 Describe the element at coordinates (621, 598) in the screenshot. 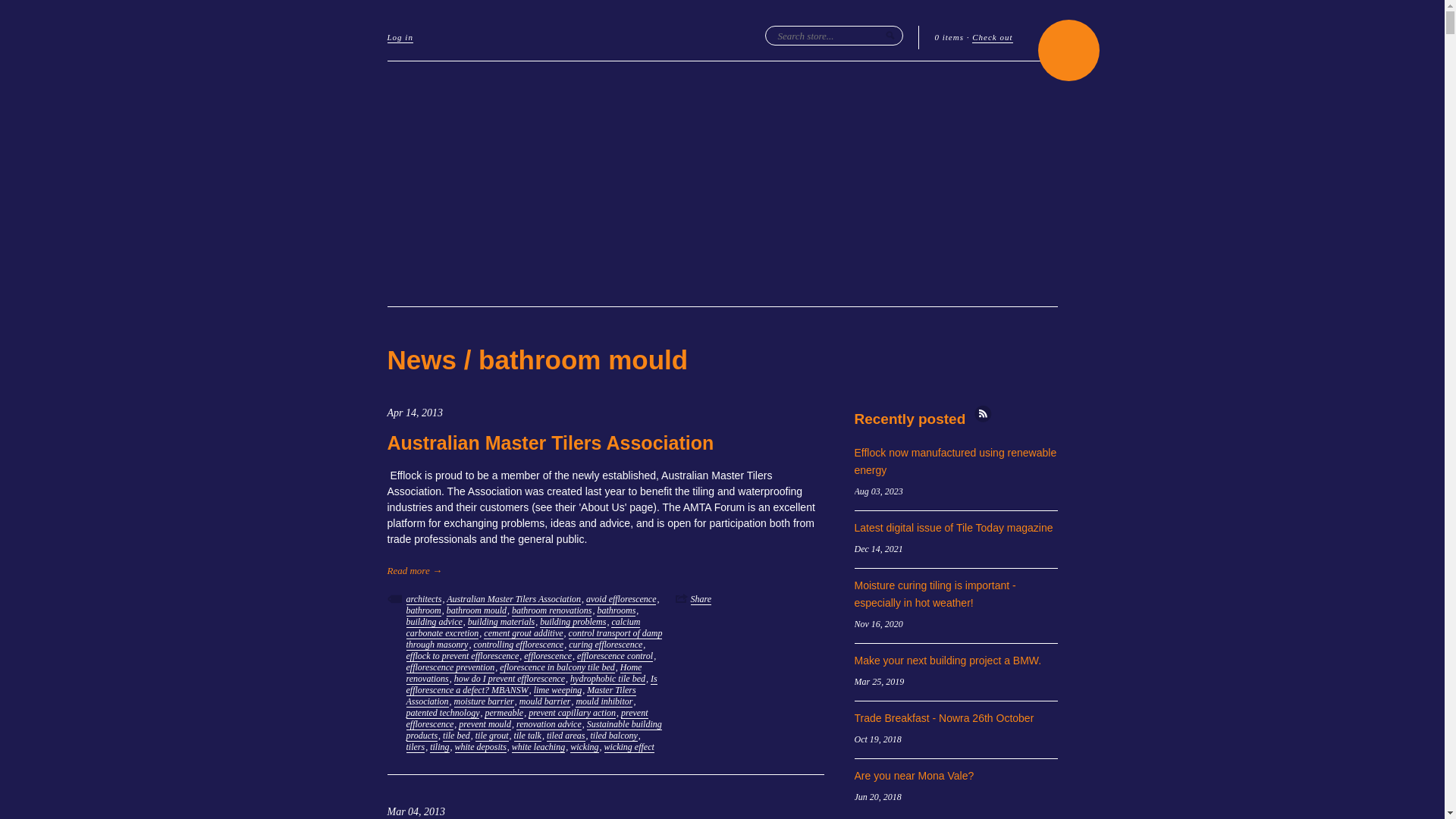

I see `'avoid efflorescence'` at that location.